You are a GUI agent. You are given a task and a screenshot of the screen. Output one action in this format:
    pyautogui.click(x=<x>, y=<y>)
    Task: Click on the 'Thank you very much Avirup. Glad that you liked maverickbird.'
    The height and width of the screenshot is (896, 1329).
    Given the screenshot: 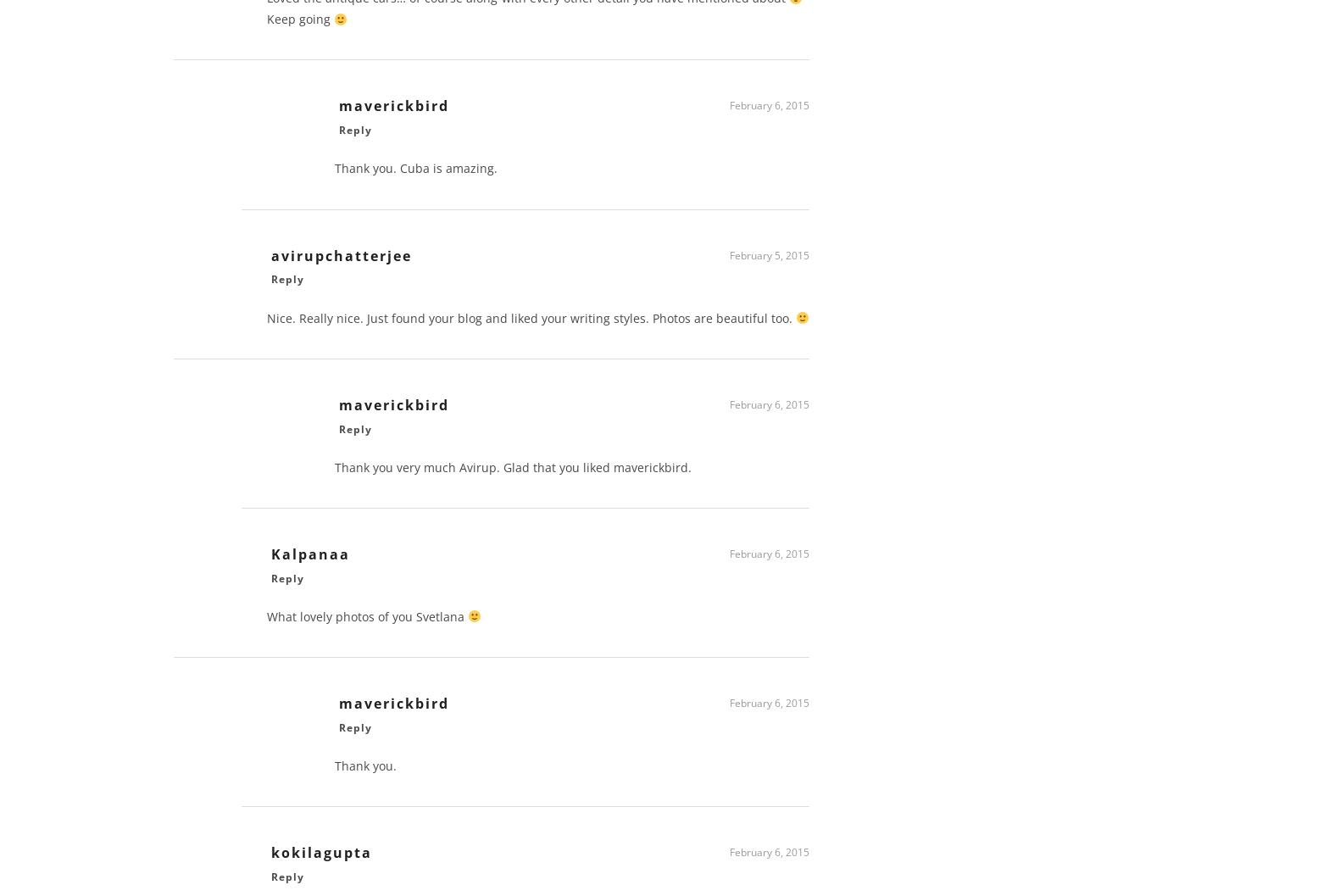 What is the action you would take?
    pyautogui.click(x=513, y=472)
    